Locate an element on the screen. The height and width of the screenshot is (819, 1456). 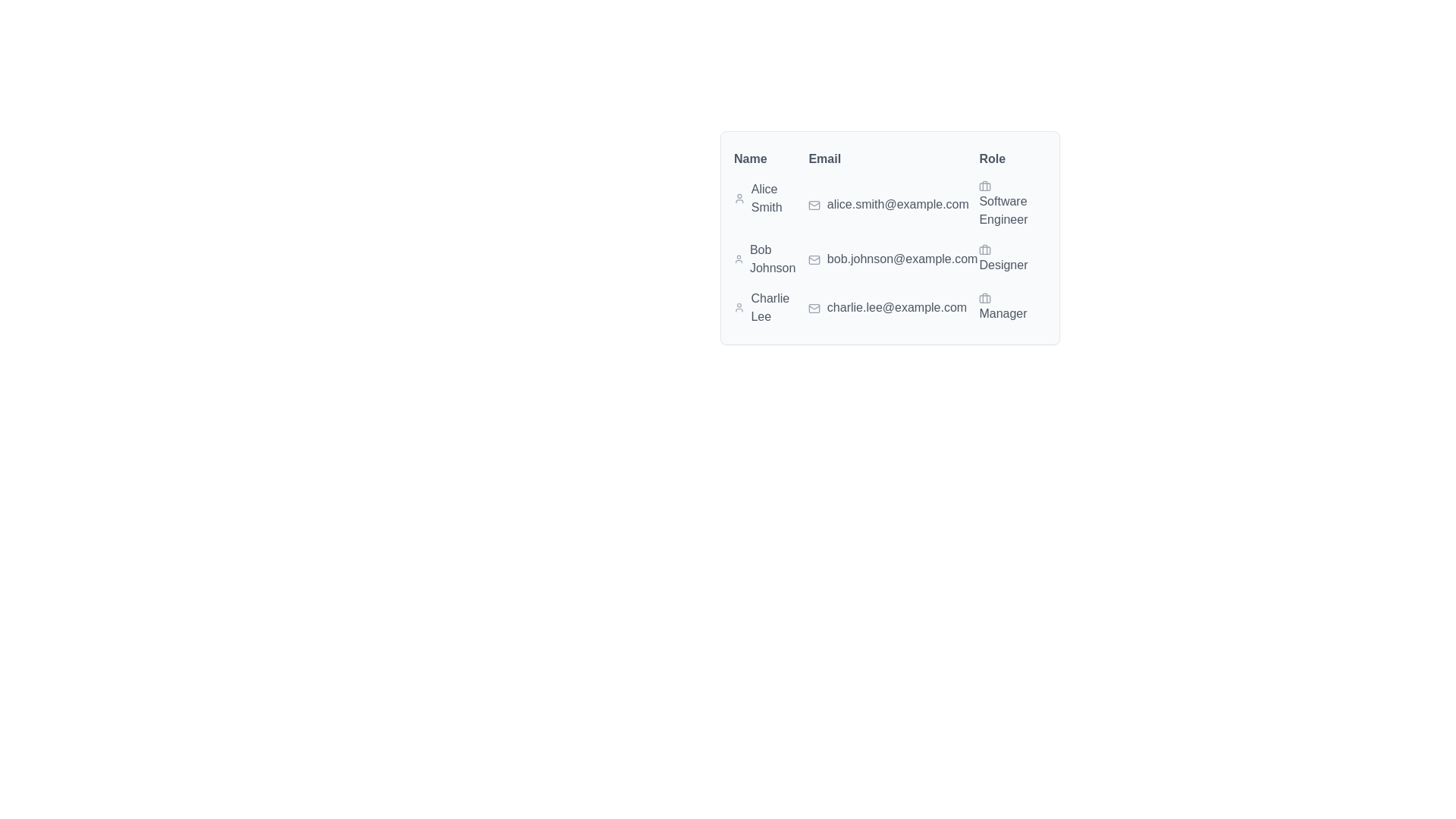
the compact gray briefcase icon located in the third row under the 'Role' column next to 'Charlie Lee' is located at coordinates (985, 298).